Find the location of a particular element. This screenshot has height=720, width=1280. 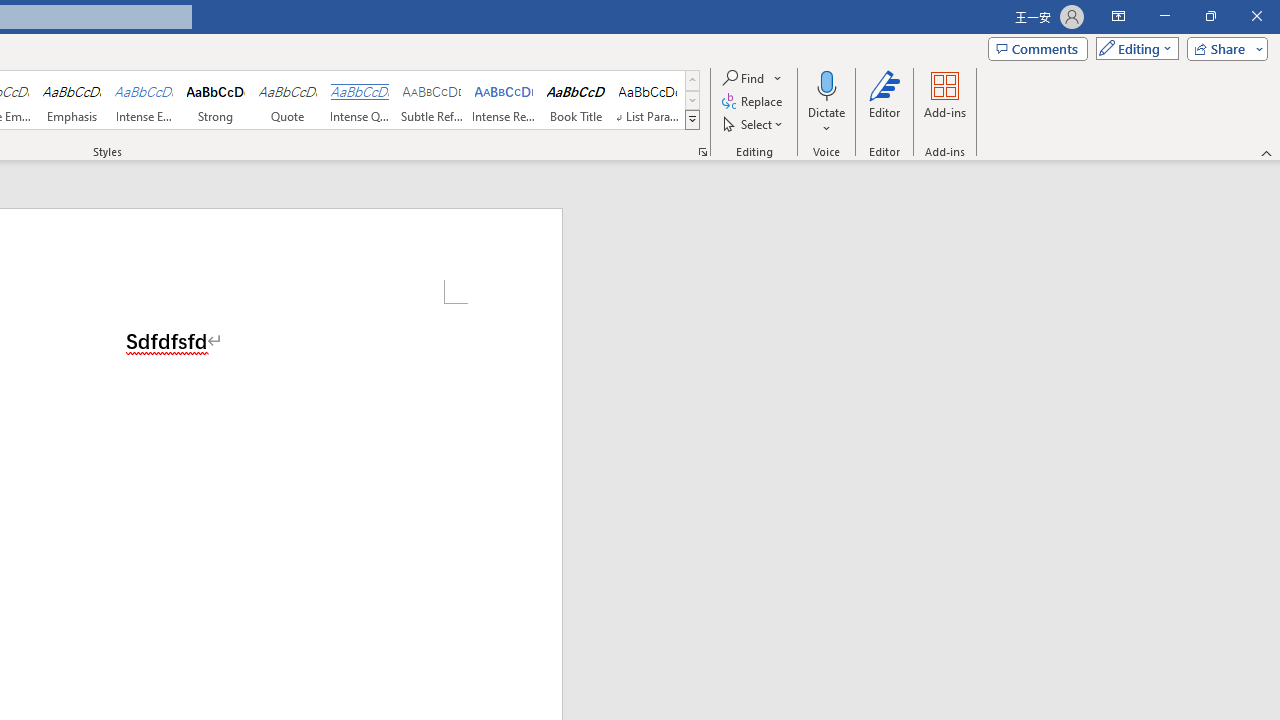

'Intense Emphasis' is located at coordinates (143, 100).